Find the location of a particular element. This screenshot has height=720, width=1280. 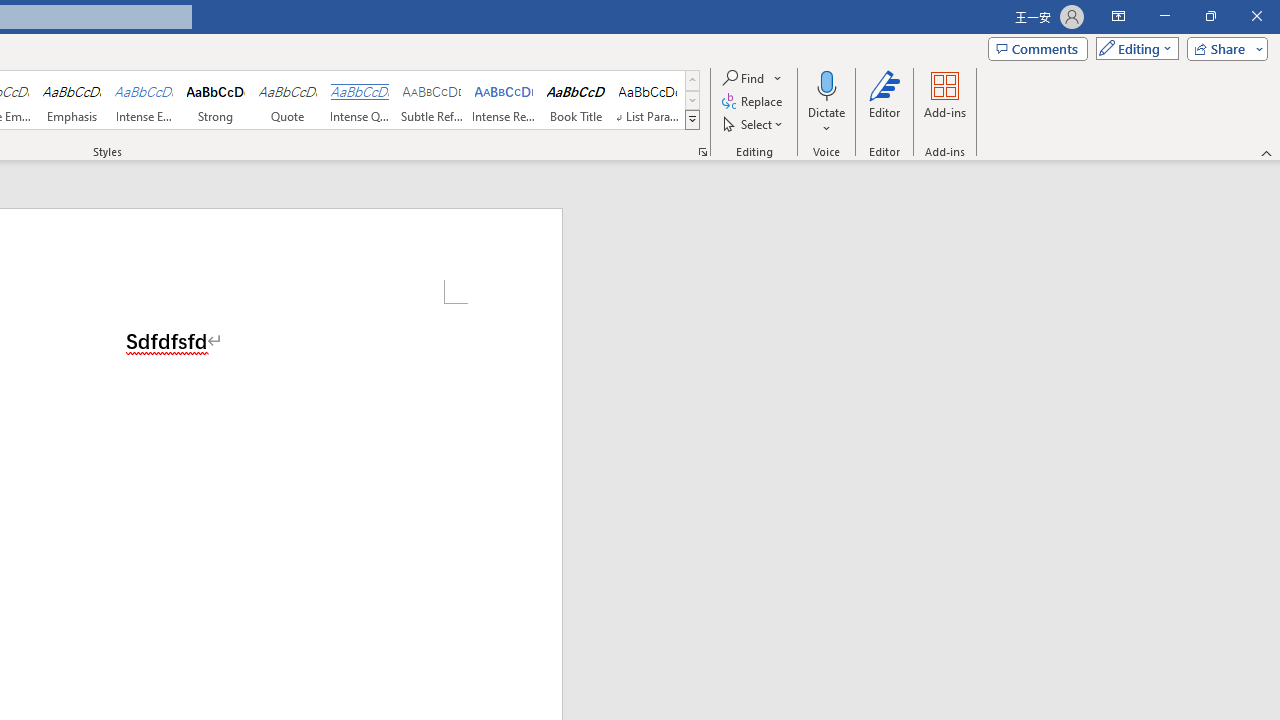

'Intense Emphasis' is located at coordinates (143, 100).